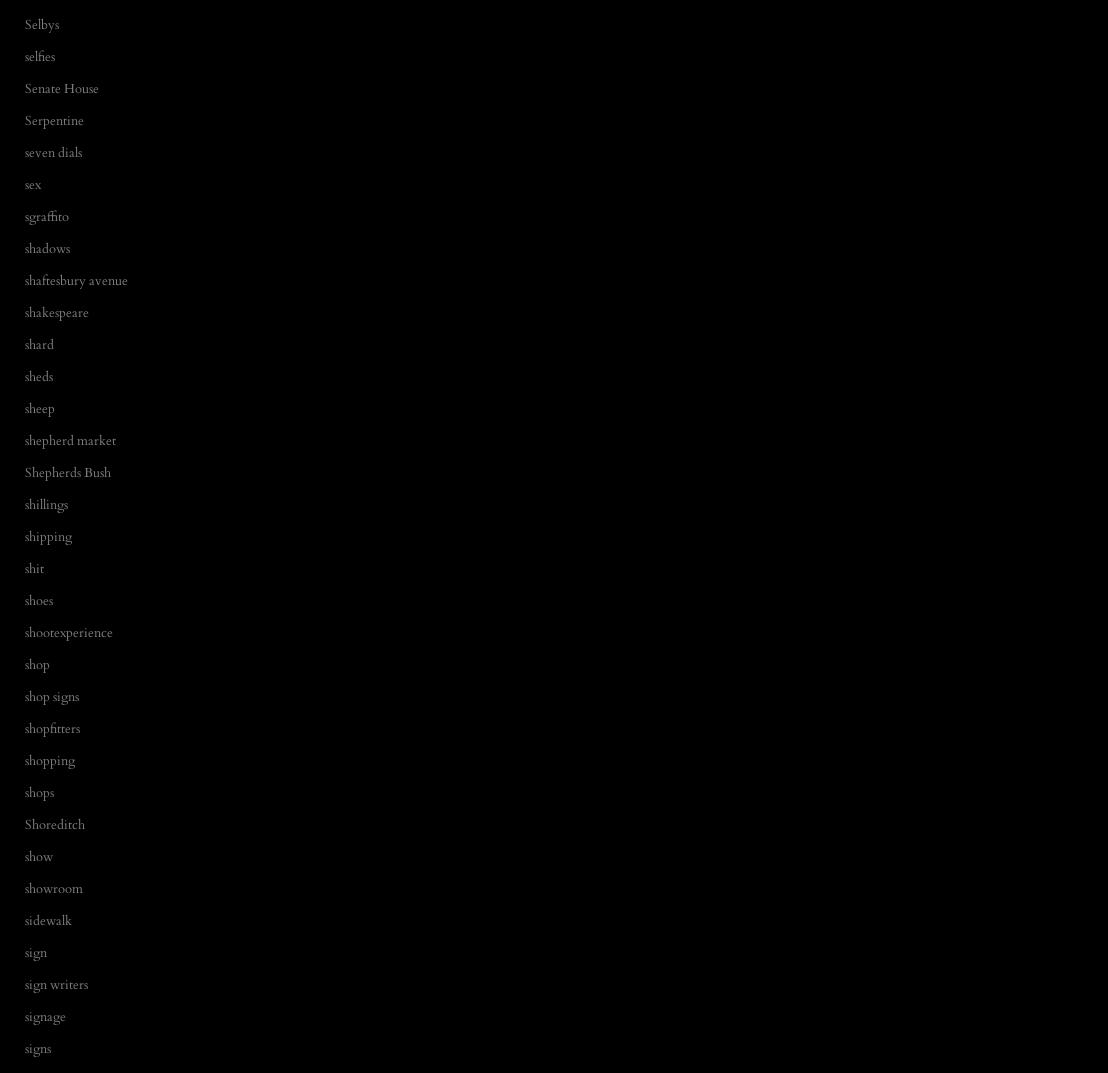 This screenshot has height=1073, width=1108. I want to click on 'Serpentine', so click(53, 119).